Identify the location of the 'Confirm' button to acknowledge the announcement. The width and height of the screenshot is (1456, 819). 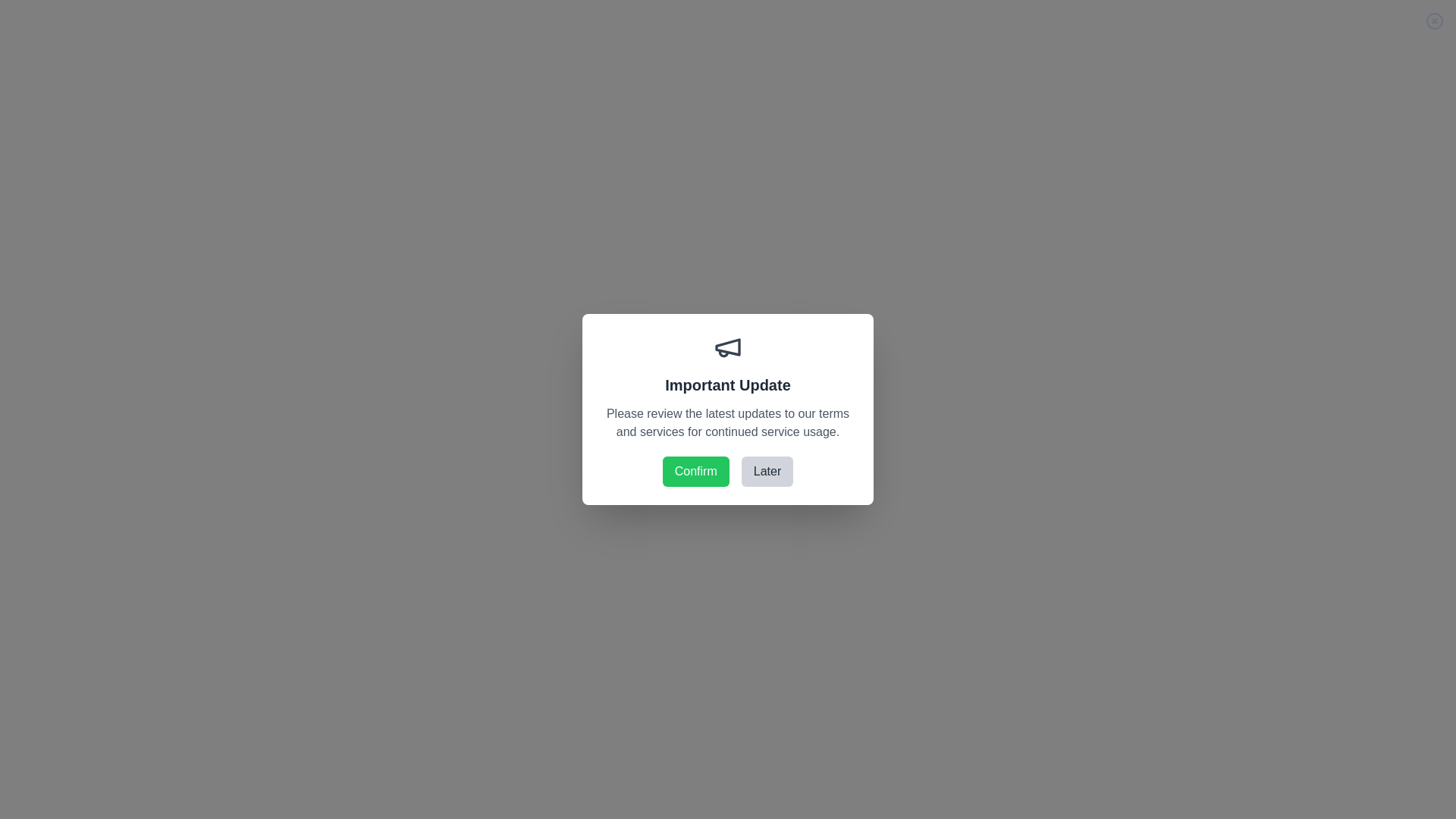
(695, 470).